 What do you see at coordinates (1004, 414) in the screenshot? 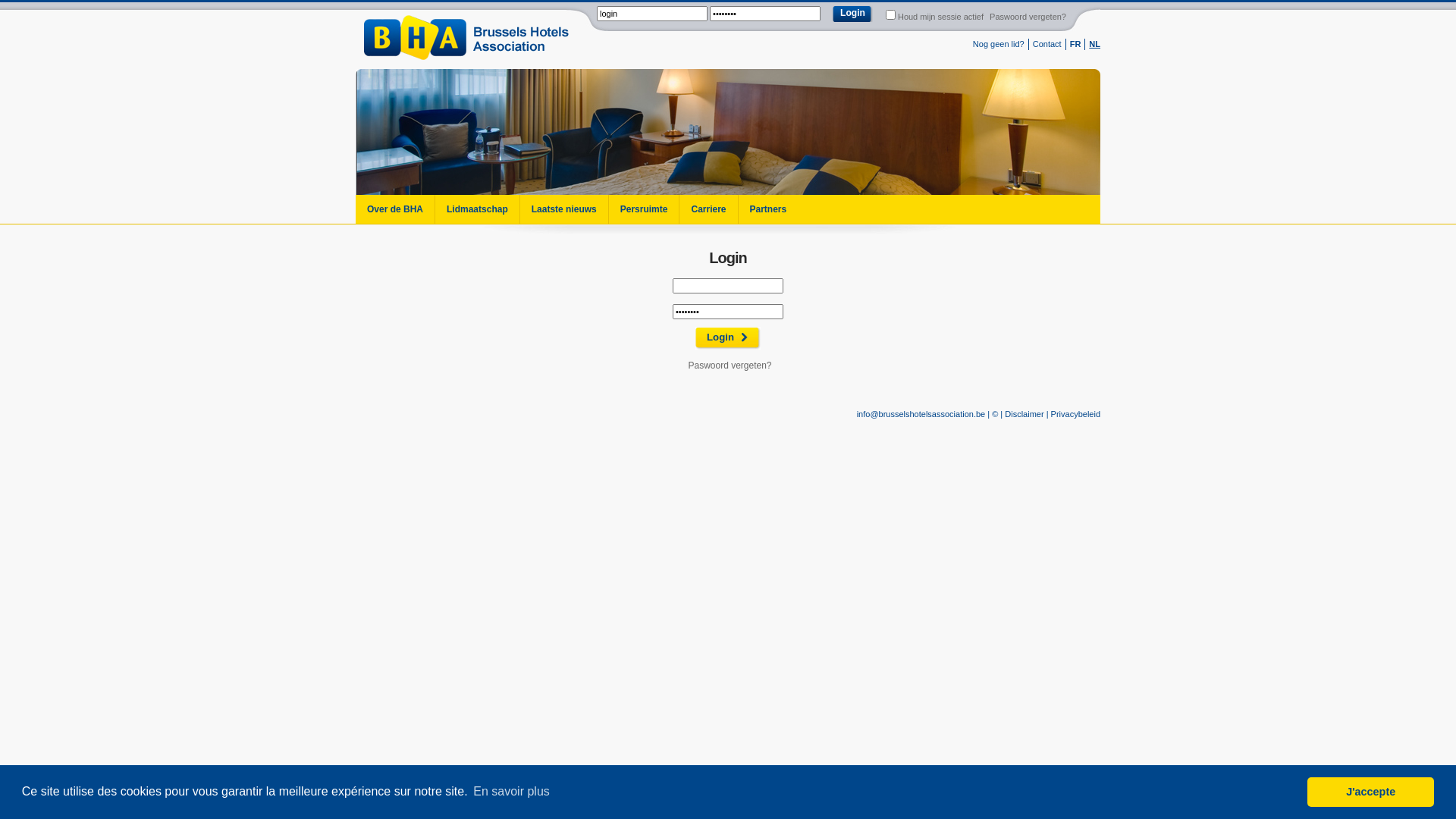
I see `'Disclaimer'` at bounding box center [1004, 414].